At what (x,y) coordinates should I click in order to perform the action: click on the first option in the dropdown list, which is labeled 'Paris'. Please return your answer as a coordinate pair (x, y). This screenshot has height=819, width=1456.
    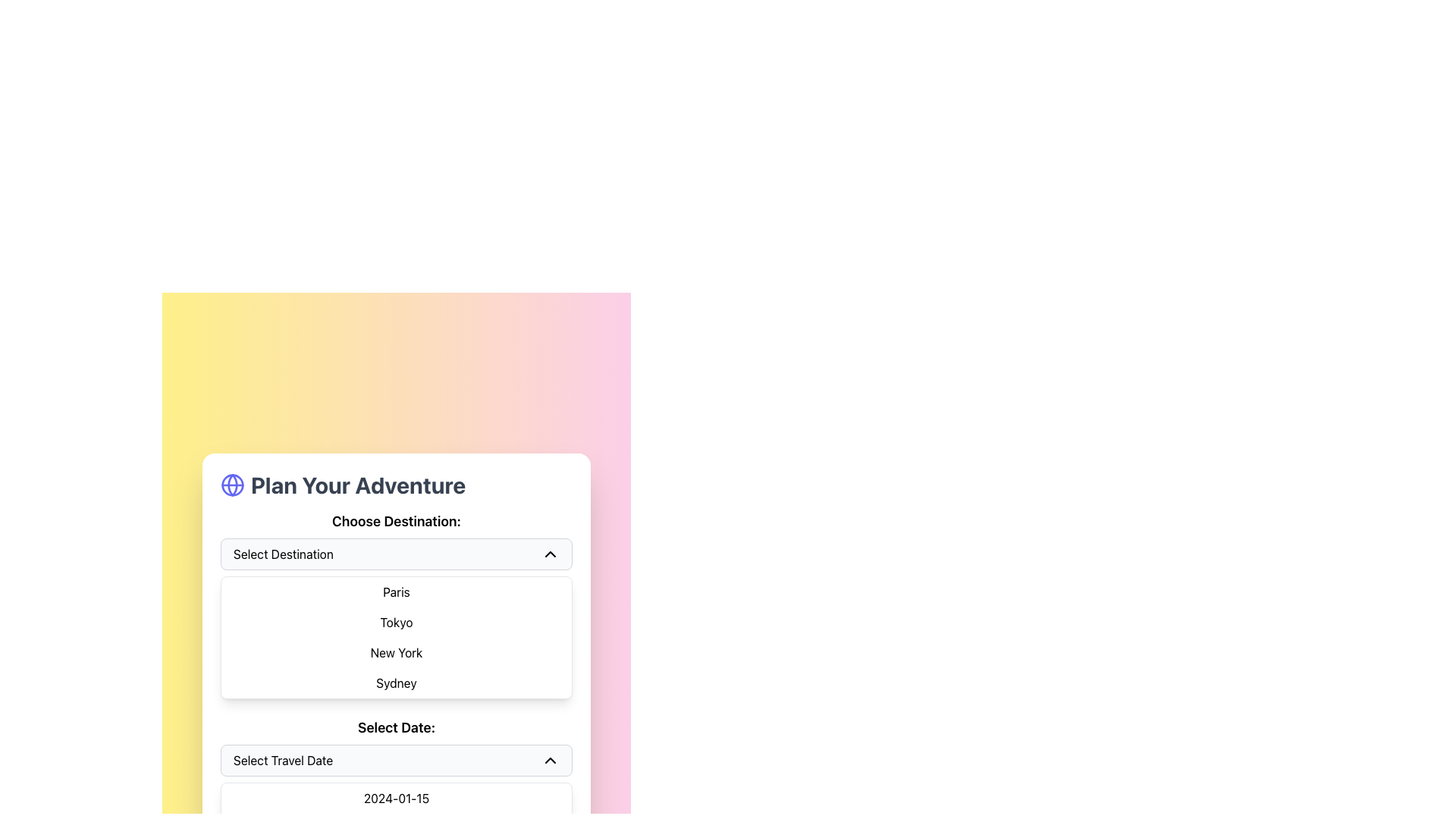
    Looking at the image, I should click on (397, 591).